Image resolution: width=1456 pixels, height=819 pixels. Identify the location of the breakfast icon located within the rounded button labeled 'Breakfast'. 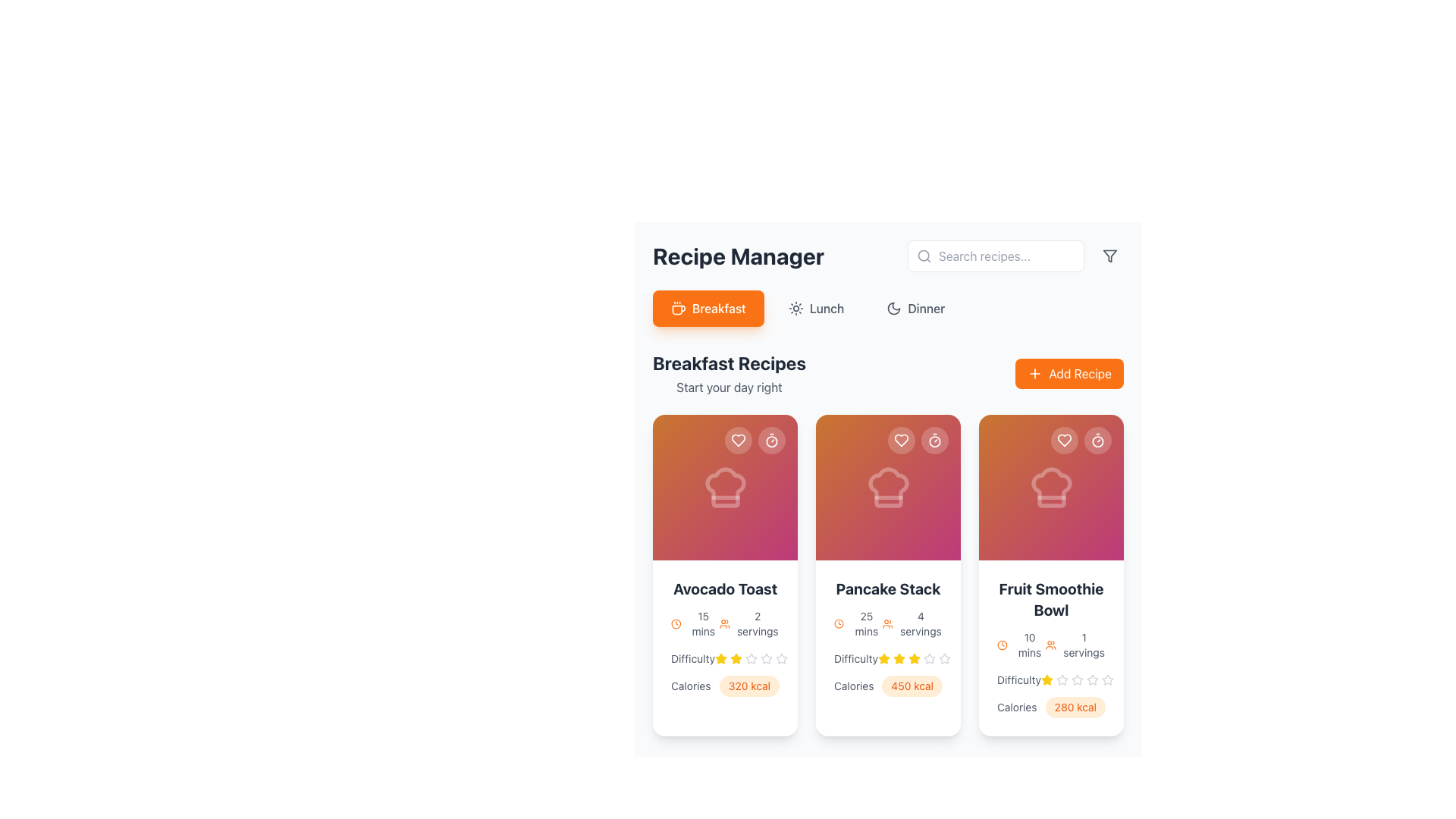
(677, 308).